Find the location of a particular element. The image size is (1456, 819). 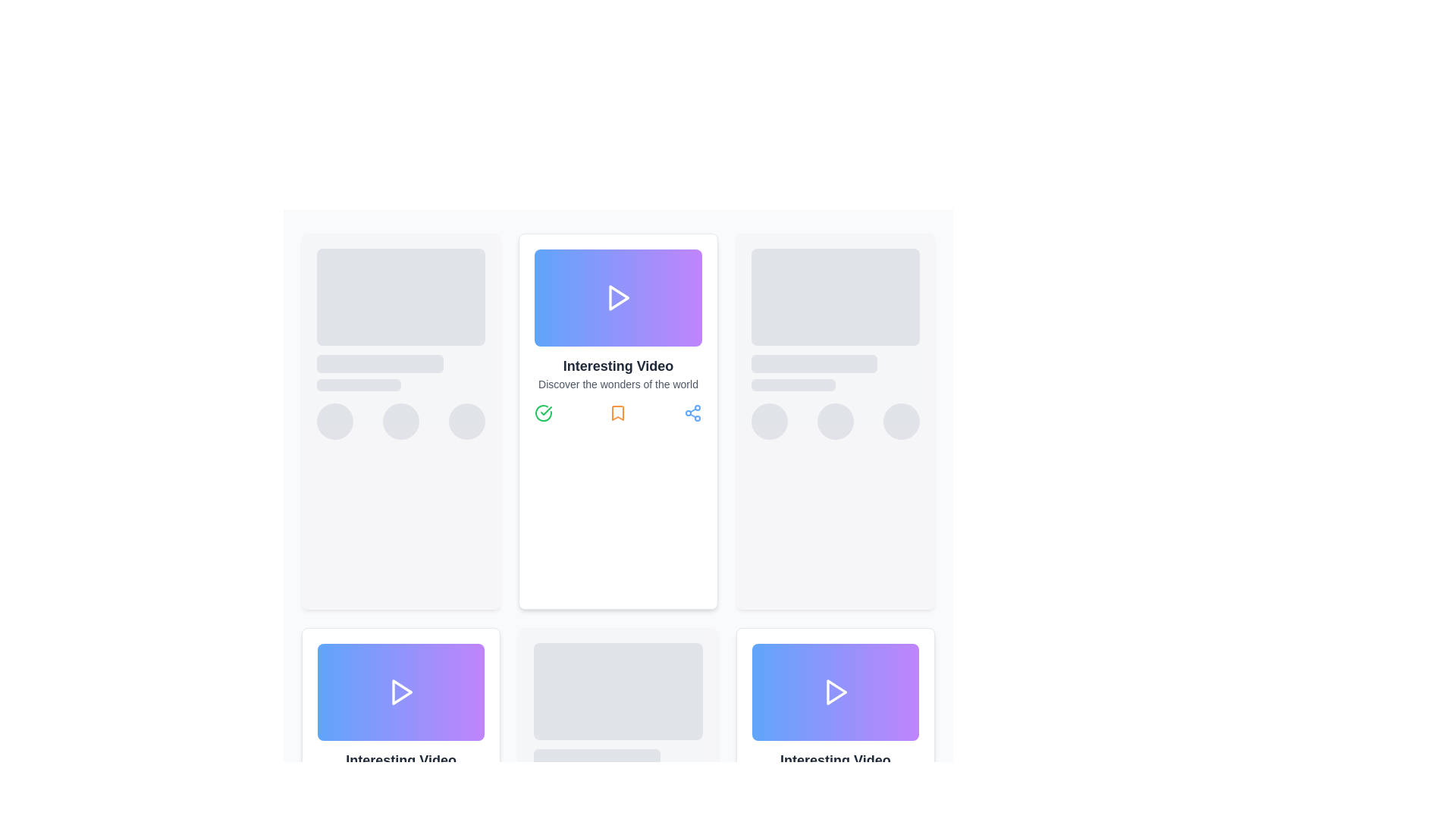

the bookmark icon, which is an orange-colored outline of a bookmark shape located below the title 'Interesting Video' and above the share icon, to bring up a tooltip with more information is located at coordinates (618, 413).